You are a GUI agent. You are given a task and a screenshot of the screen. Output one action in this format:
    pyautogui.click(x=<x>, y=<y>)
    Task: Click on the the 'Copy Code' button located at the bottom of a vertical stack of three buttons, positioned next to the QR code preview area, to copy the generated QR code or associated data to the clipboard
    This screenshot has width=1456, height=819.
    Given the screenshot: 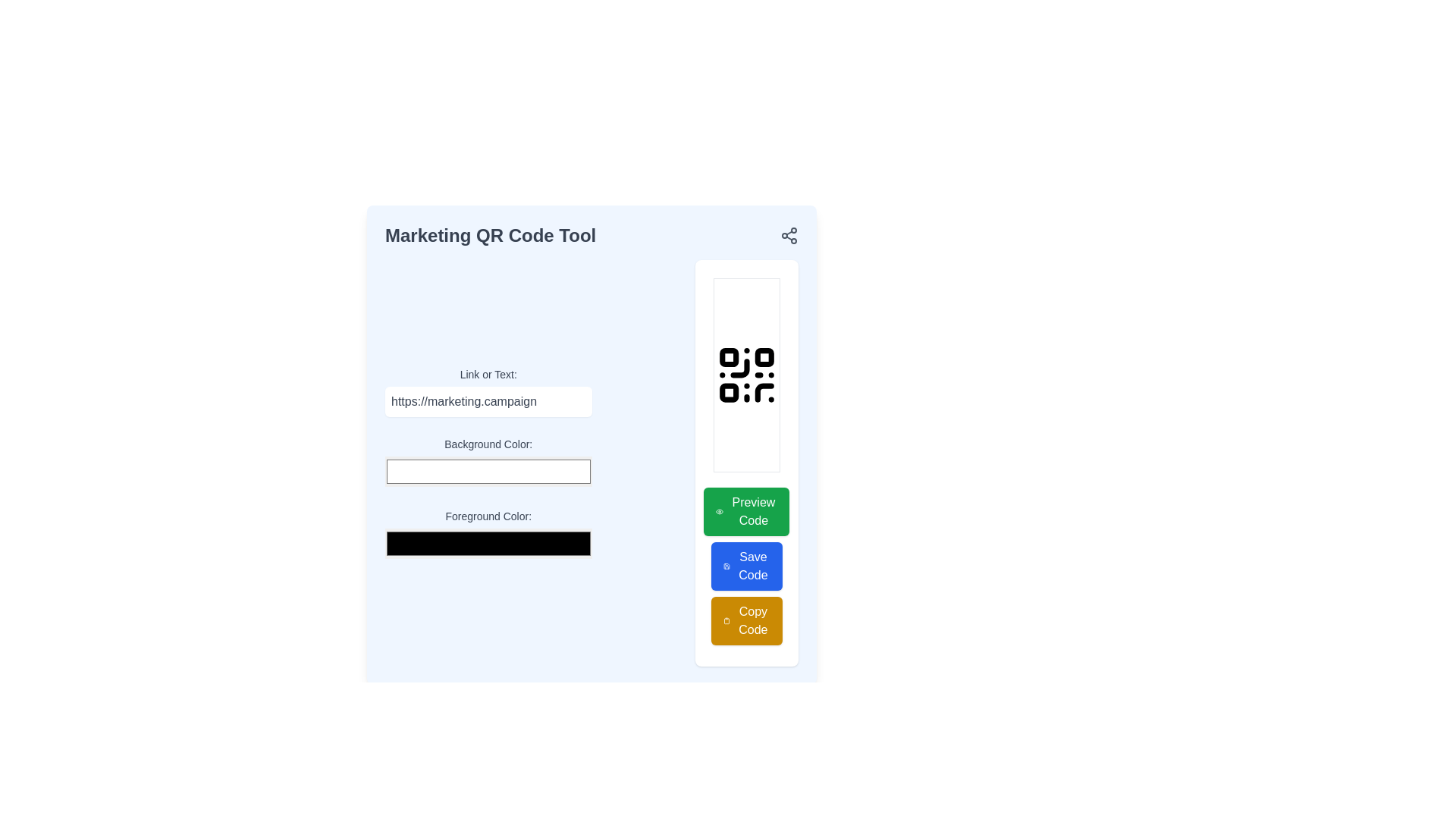 What is the action you would take?
    pyautogui.click(x=746, y=620)
    